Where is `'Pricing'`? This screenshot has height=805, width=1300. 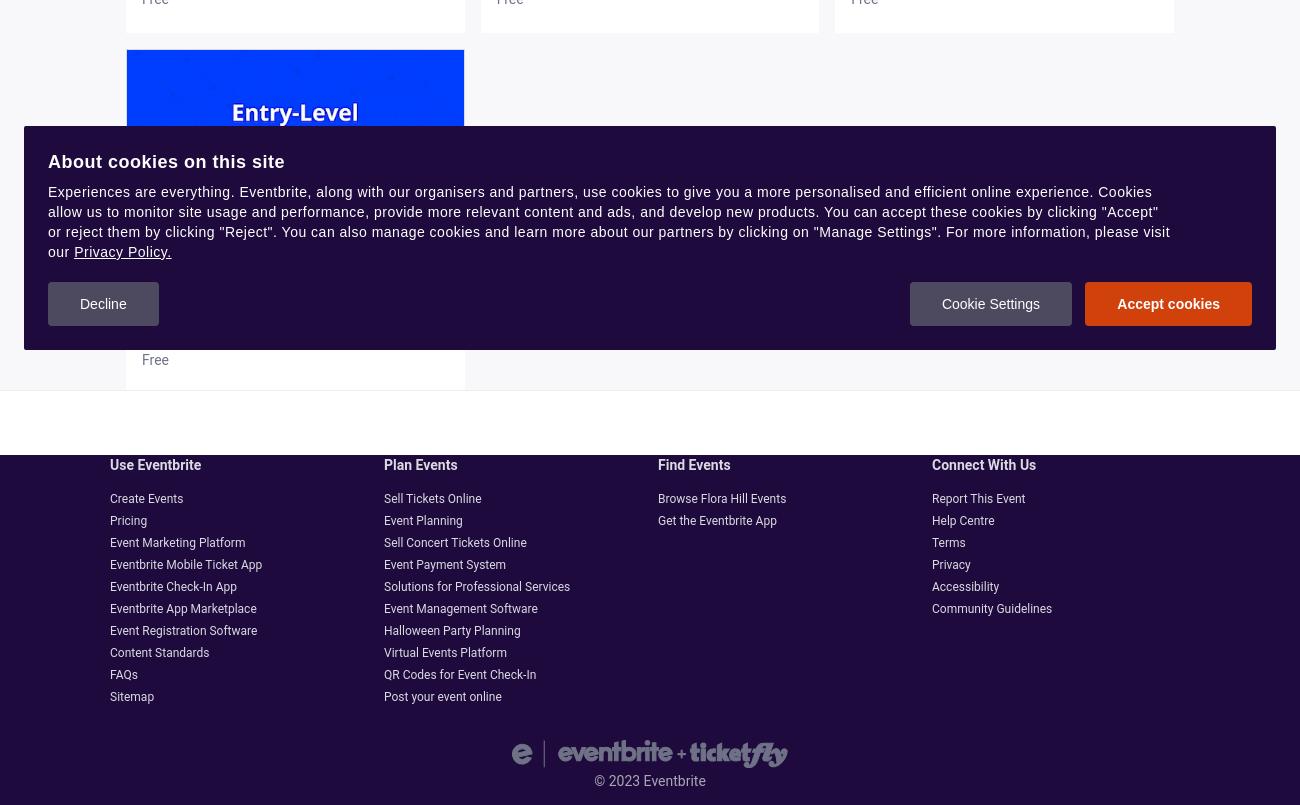 'Pricing' is located at coordinates (127, 519).